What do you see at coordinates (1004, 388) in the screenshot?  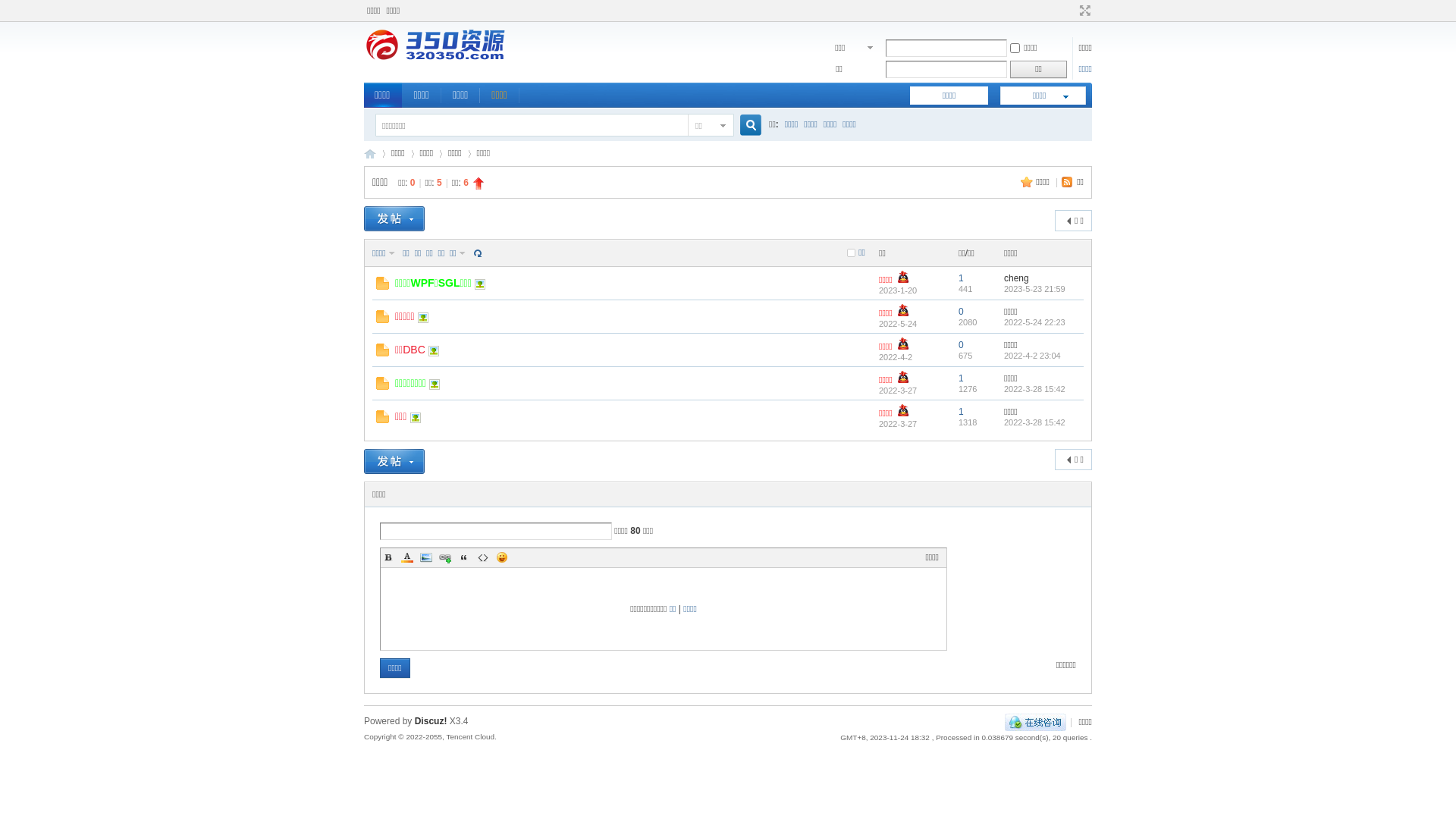 I see `'2022-3-28 15:42'` at bounding box center [1004, 388].